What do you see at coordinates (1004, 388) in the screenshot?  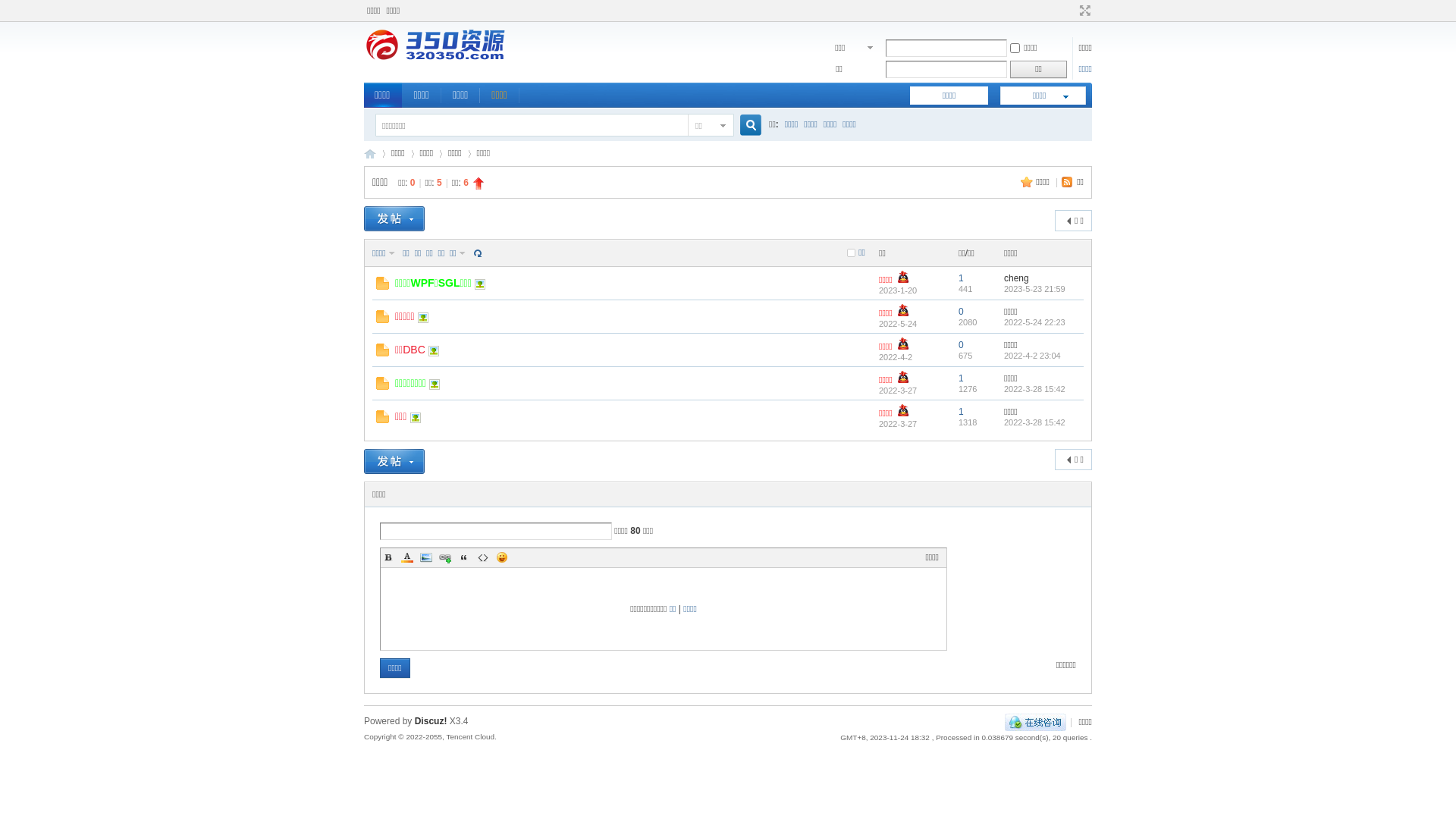 I see `'2022-3-28 15:42'` at bounding box center [1004, 388].